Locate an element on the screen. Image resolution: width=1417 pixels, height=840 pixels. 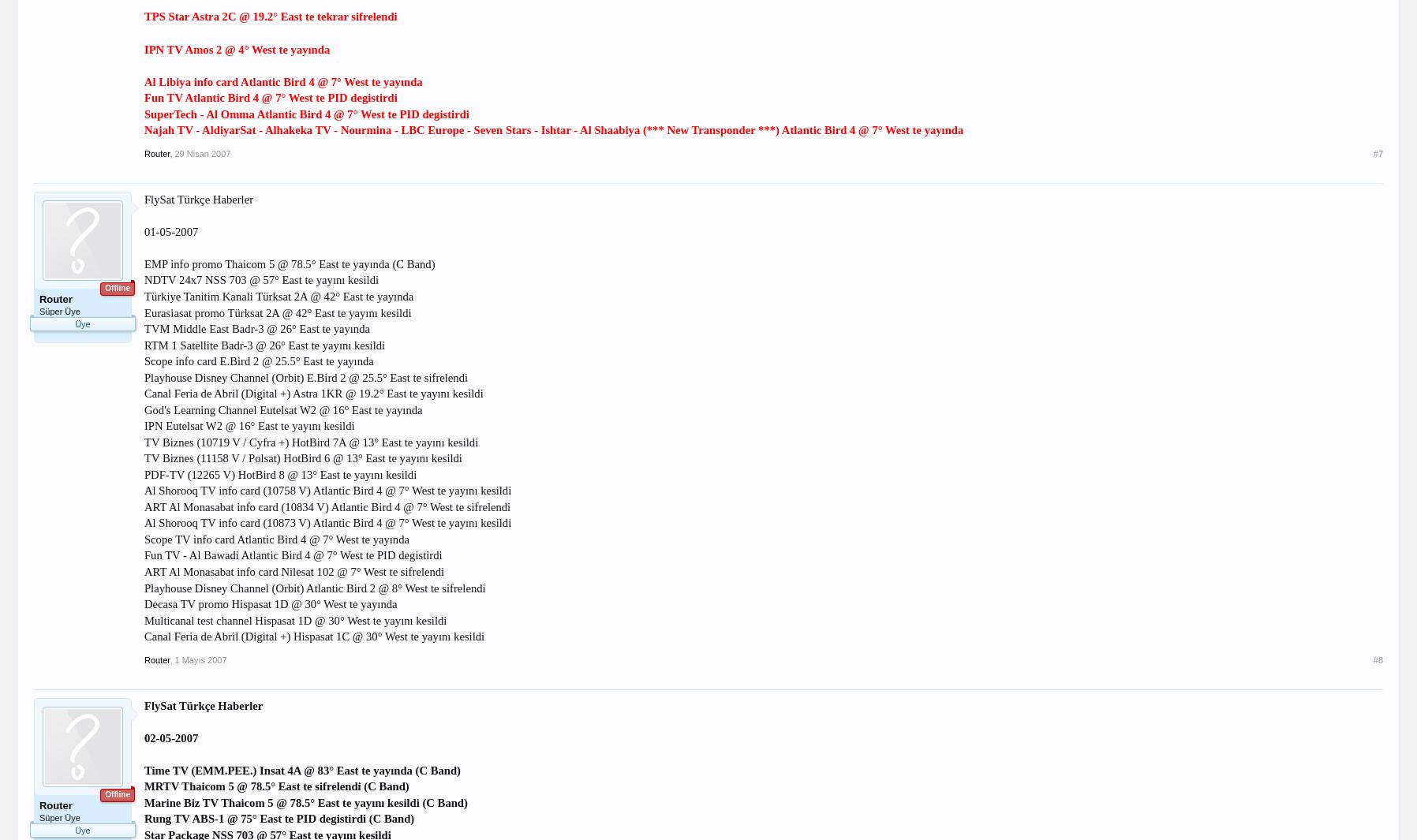
'#7' is located at coordinates (1372, 152).